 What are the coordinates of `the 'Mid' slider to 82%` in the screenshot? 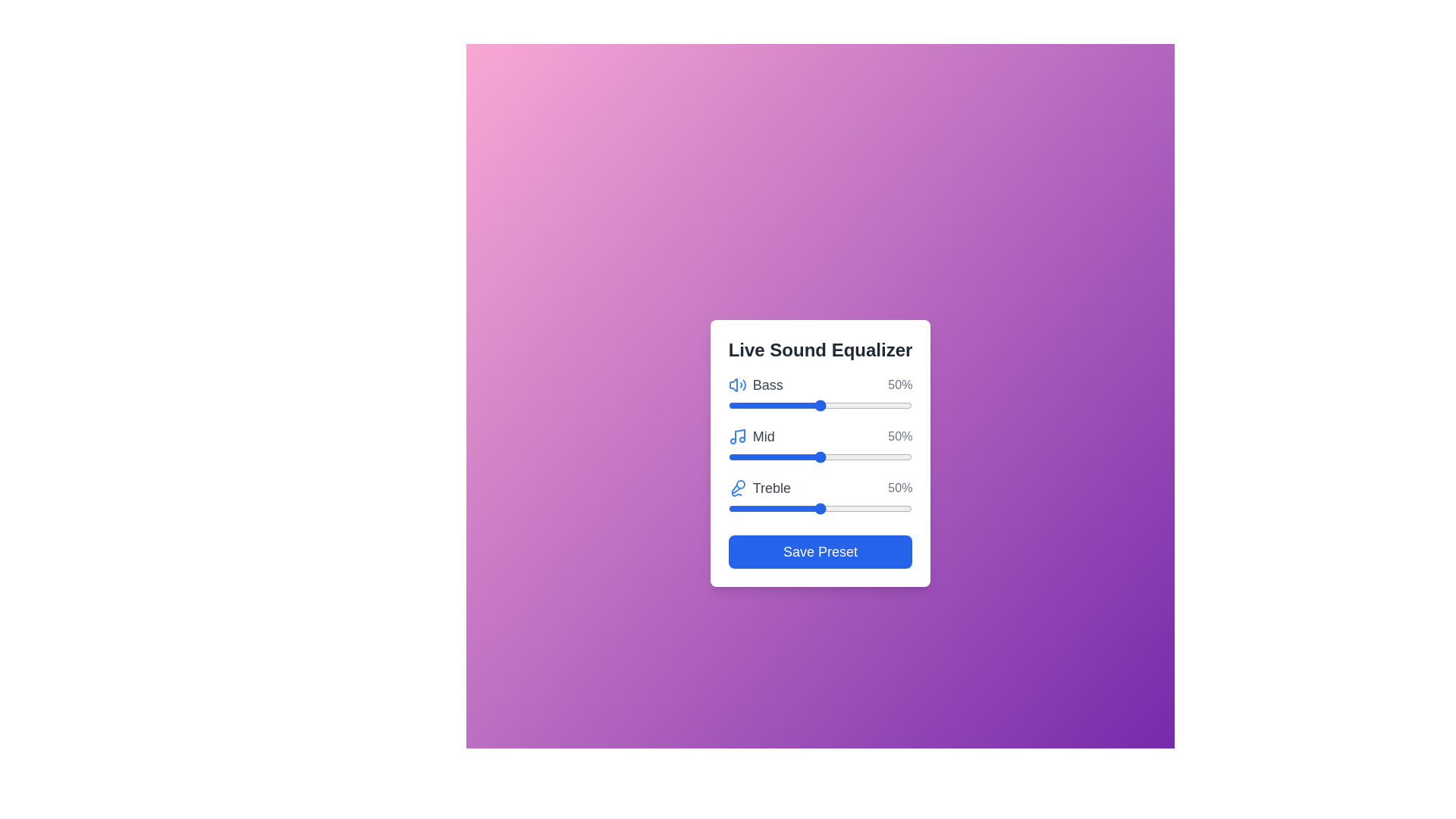 It's located at (879, 456).